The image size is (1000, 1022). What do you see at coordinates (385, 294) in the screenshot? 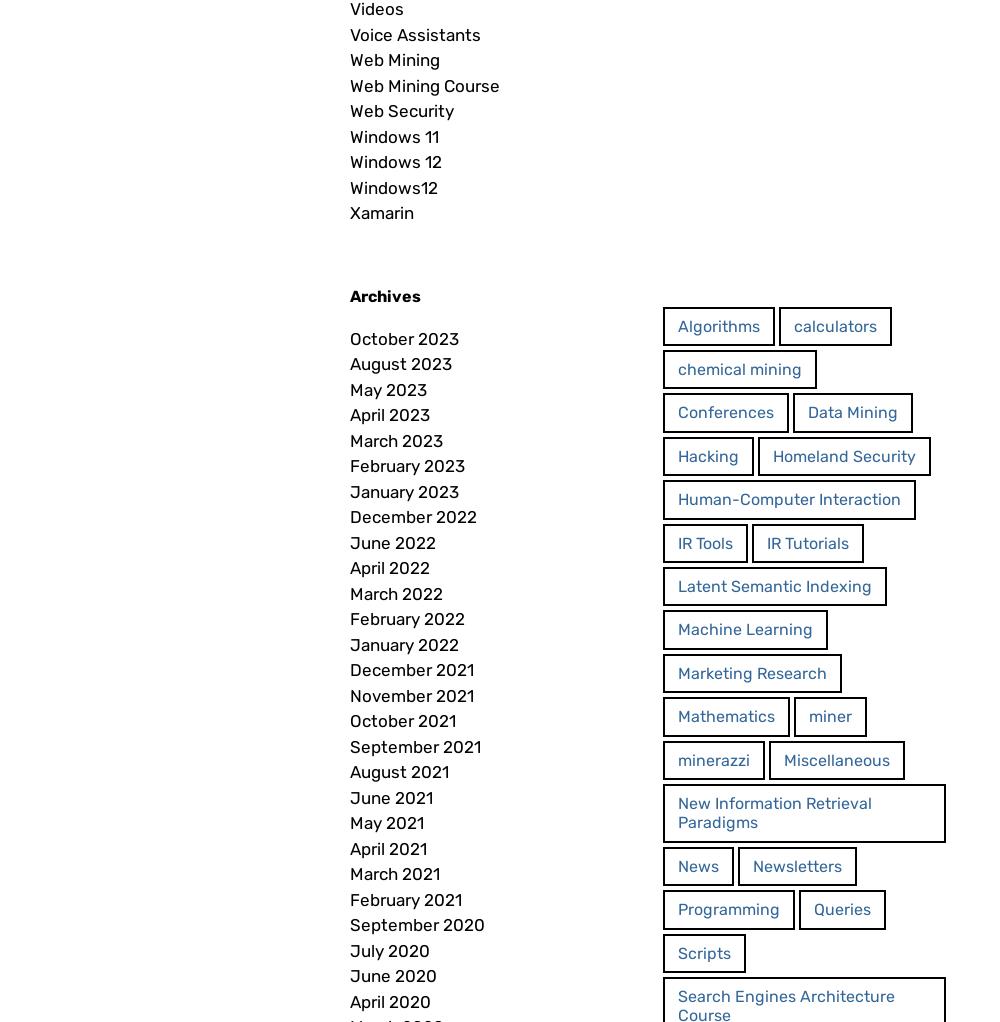
I see `'Archives'` at bounding box center [385, 294].